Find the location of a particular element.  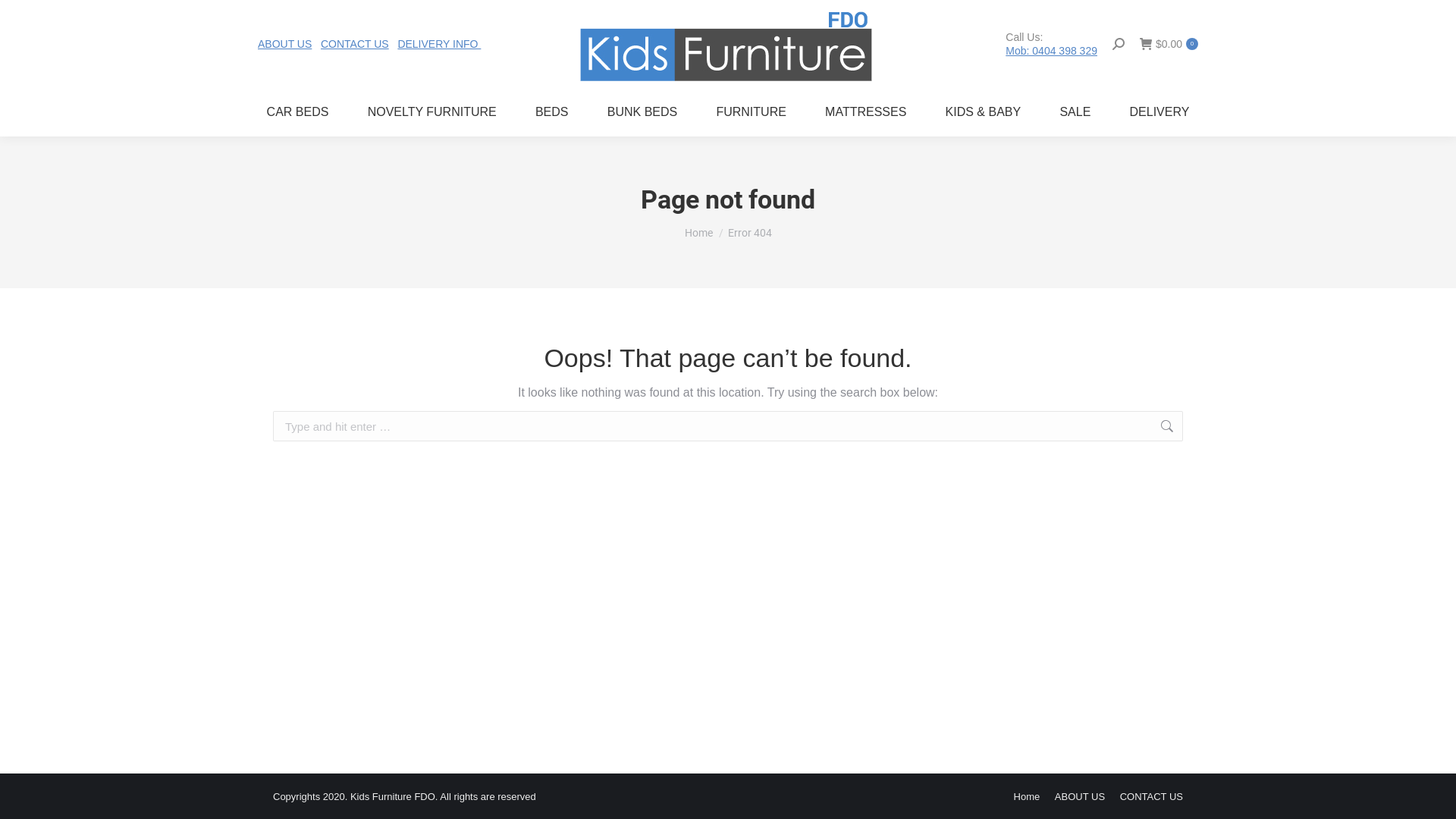

'KIDS & BABY' is located at coordinates (983, 111).